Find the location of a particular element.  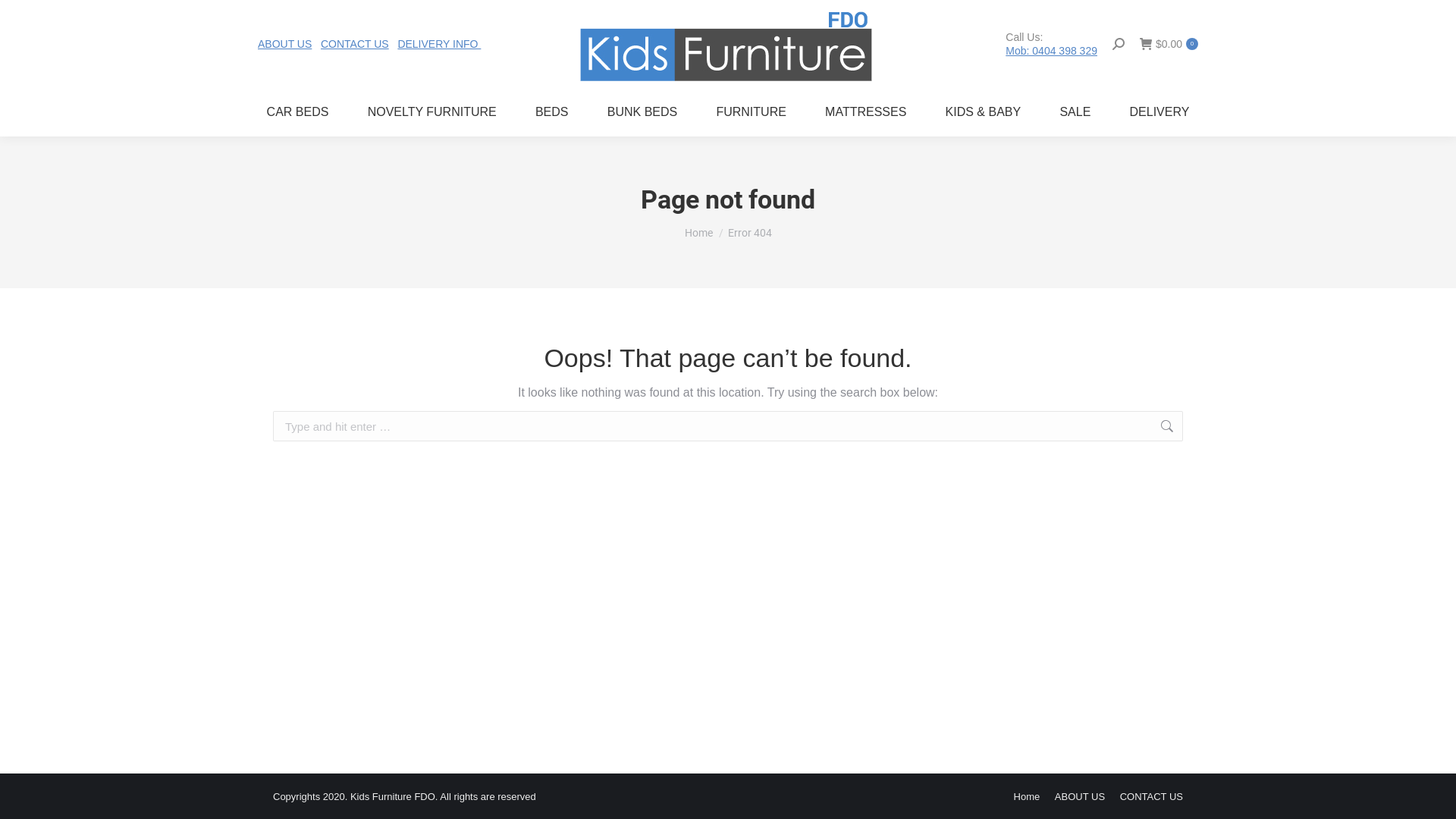

'KIDS & BABY' is located at coordinates (983, 111).